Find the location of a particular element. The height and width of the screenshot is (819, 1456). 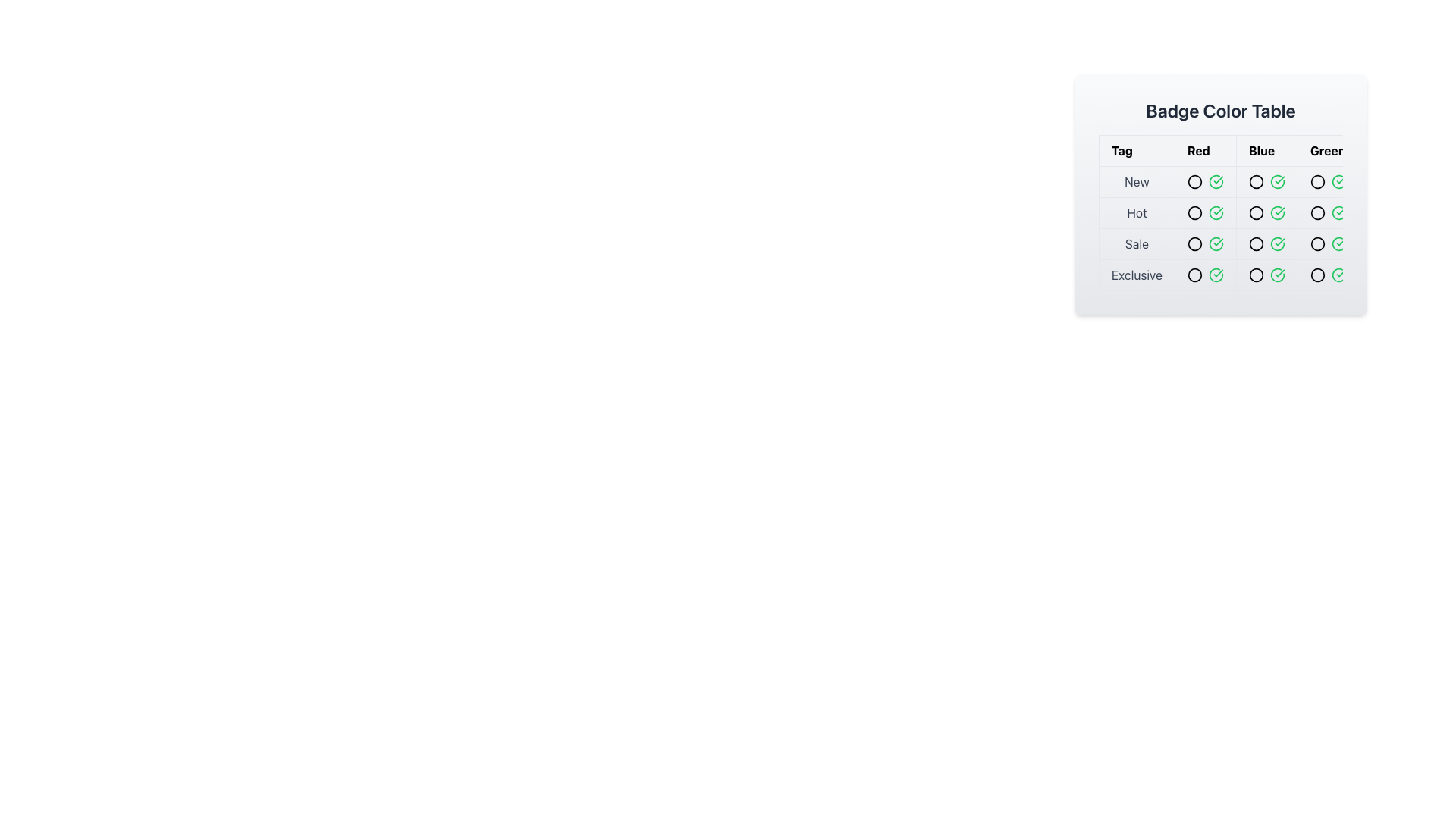

the small green circular icon representing the 'Exclusive' tag in the Badge Color Table, located in the last row and last column of the table is located at coordinates (1316, 275).